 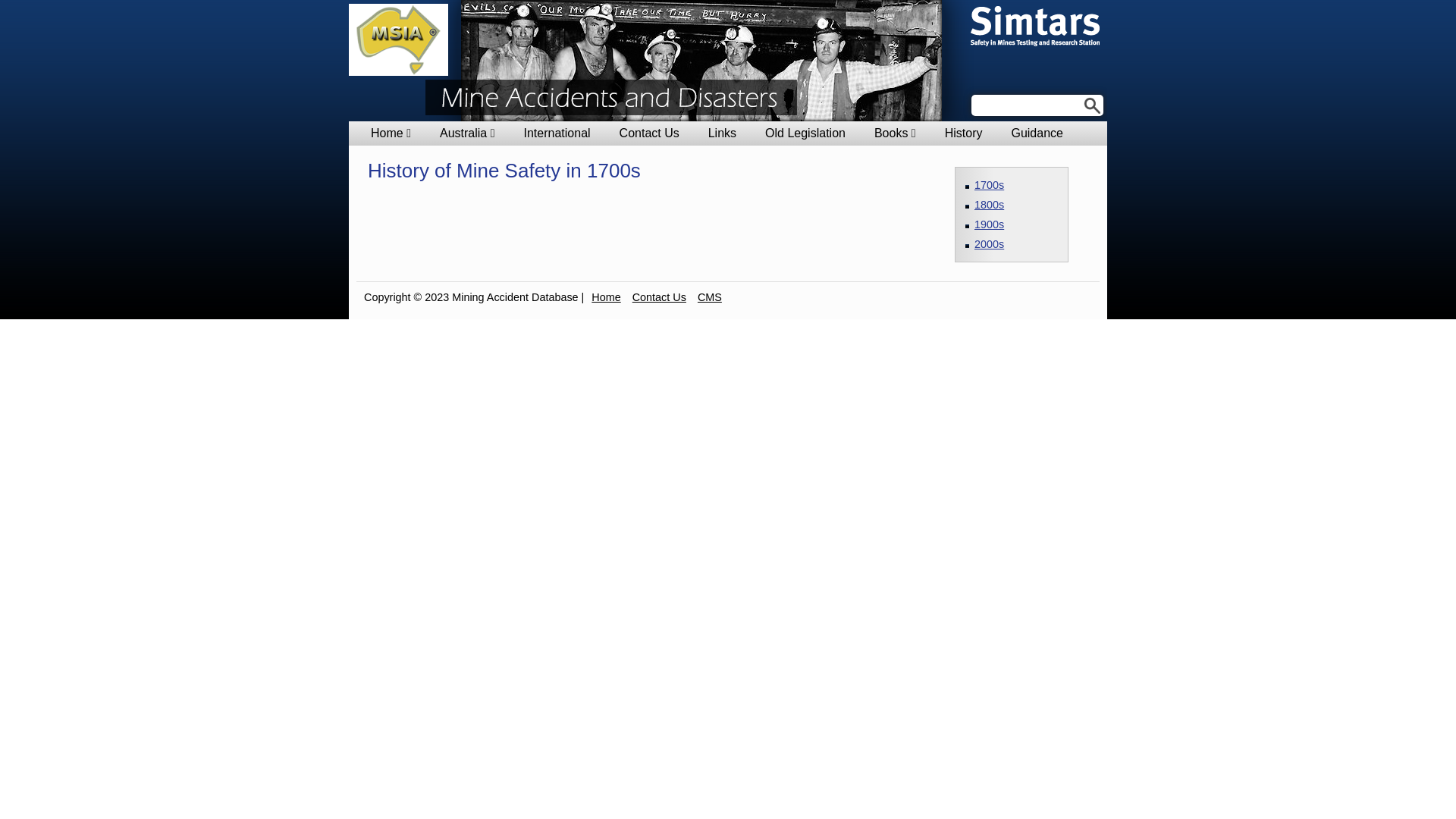 What do you see at coordinates (989, 184) in the screenshot?
I see `'1700s'` at bounding box center [989, 184].